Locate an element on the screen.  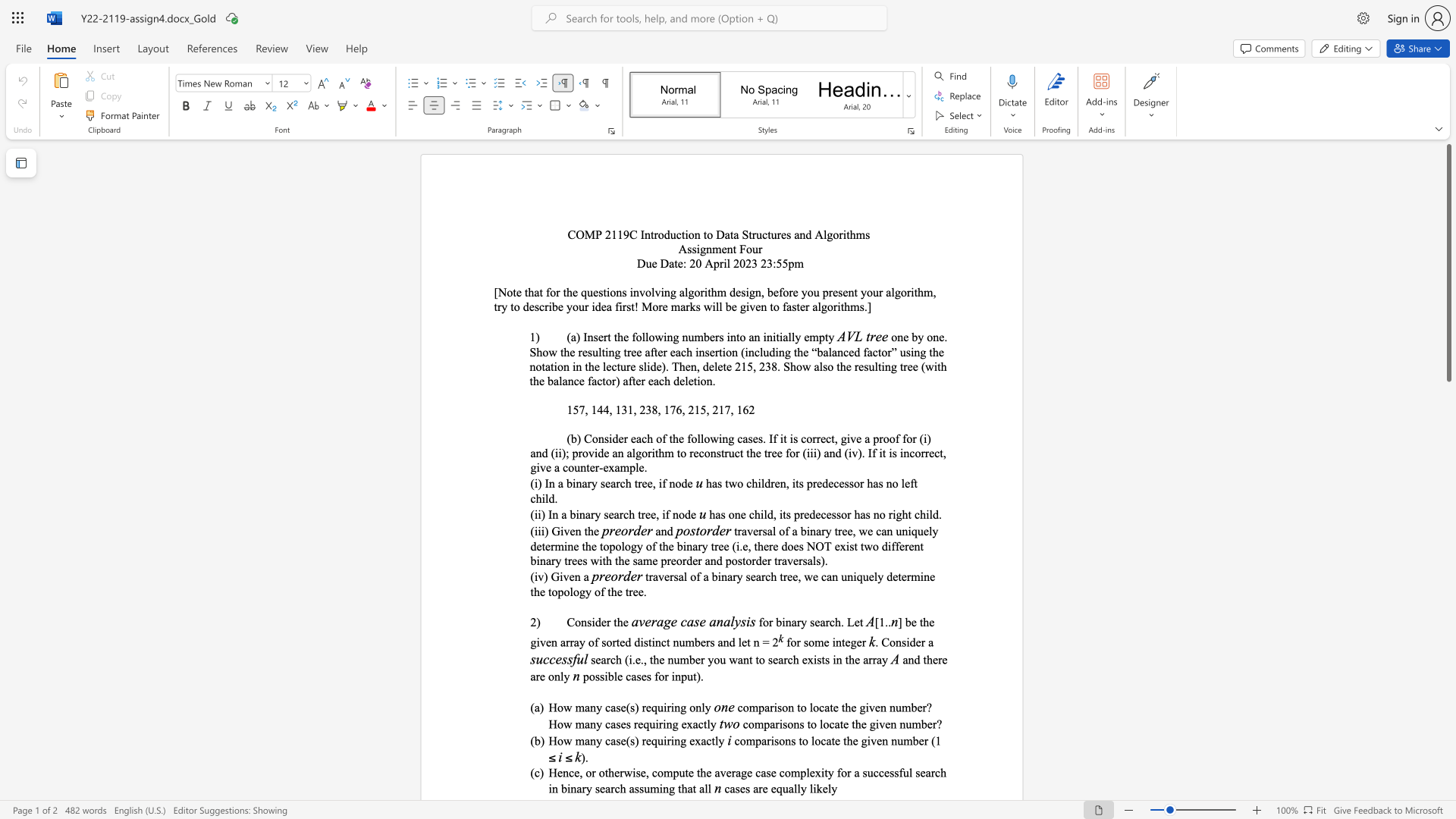
the scrollbar to move the view down is located at coordinates (1448, 719).